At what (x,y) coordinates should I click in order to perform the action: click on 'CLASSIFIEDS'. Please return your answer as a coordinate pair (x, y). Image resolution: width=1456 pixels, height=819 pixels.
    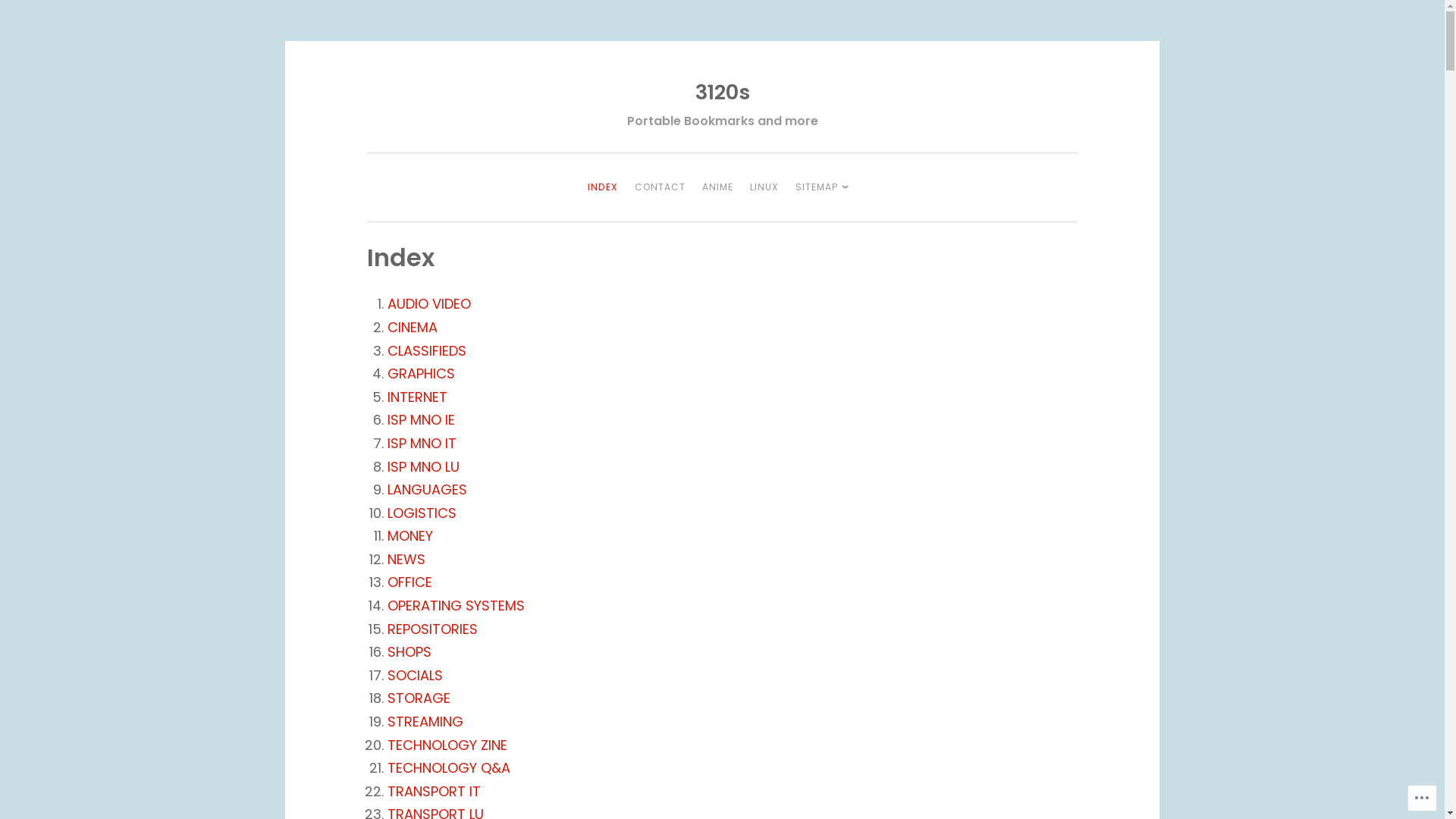
    Looking at the image, I should click on (425, 350).